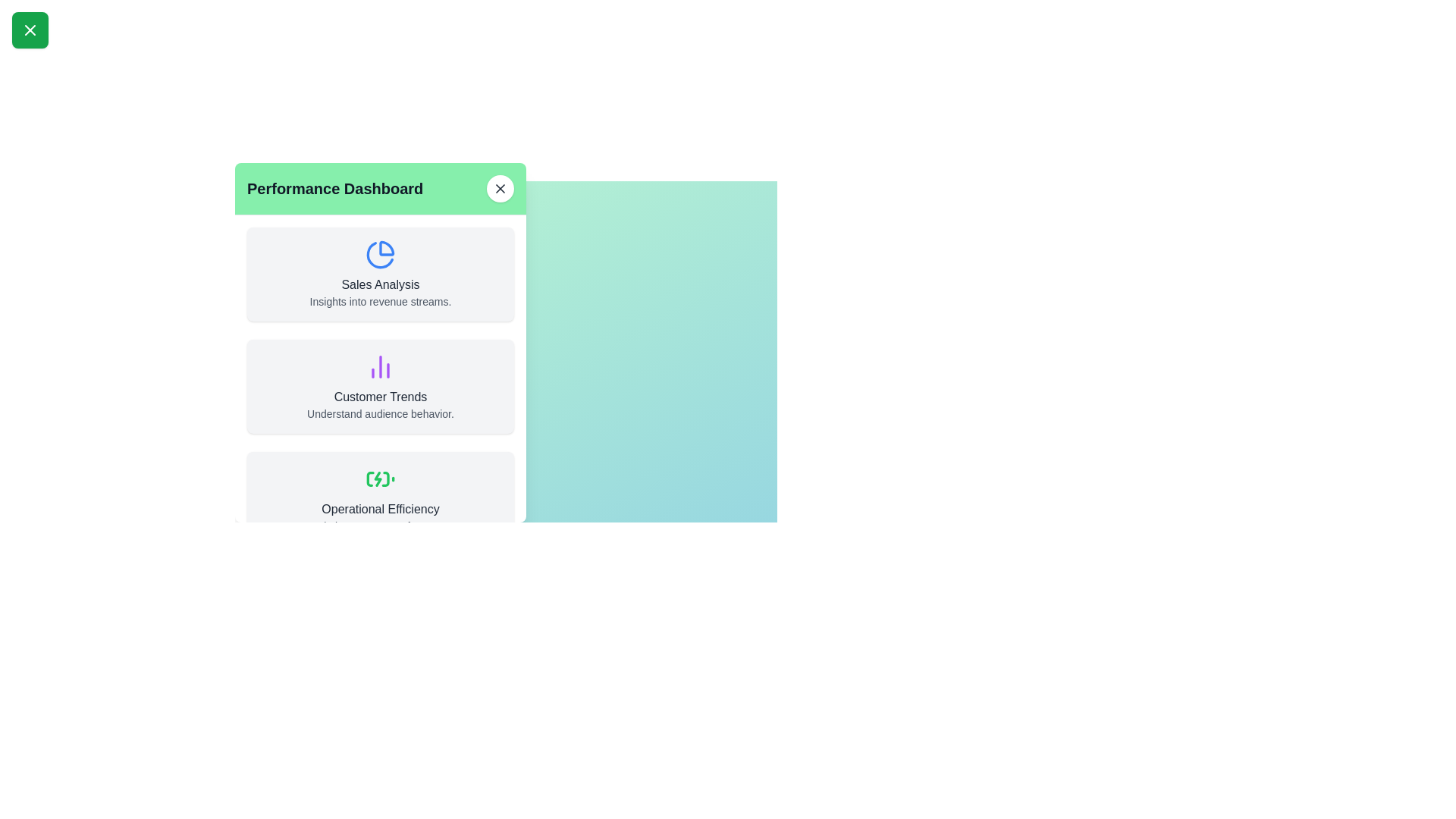  Describe the element at coordinates (500, 188) in the screenshot. I see `the close button represented by an 'X' icon, located at the top-right corner of the green title bar labeled 'Performance Dashboard'` at that location.